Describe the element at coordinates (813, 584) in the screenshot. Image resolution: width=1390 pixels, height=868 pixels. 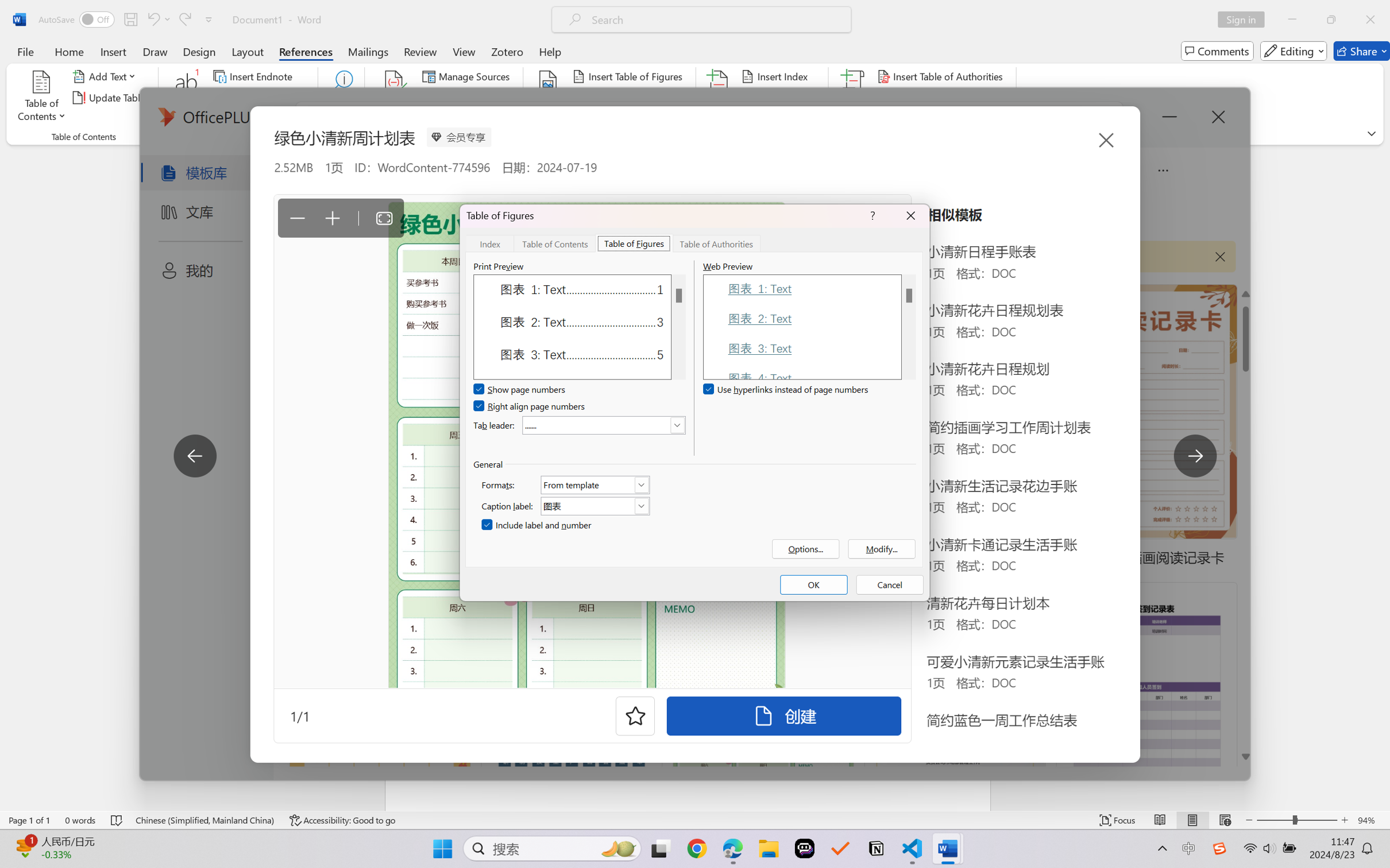
I see `'OK'` at that location.